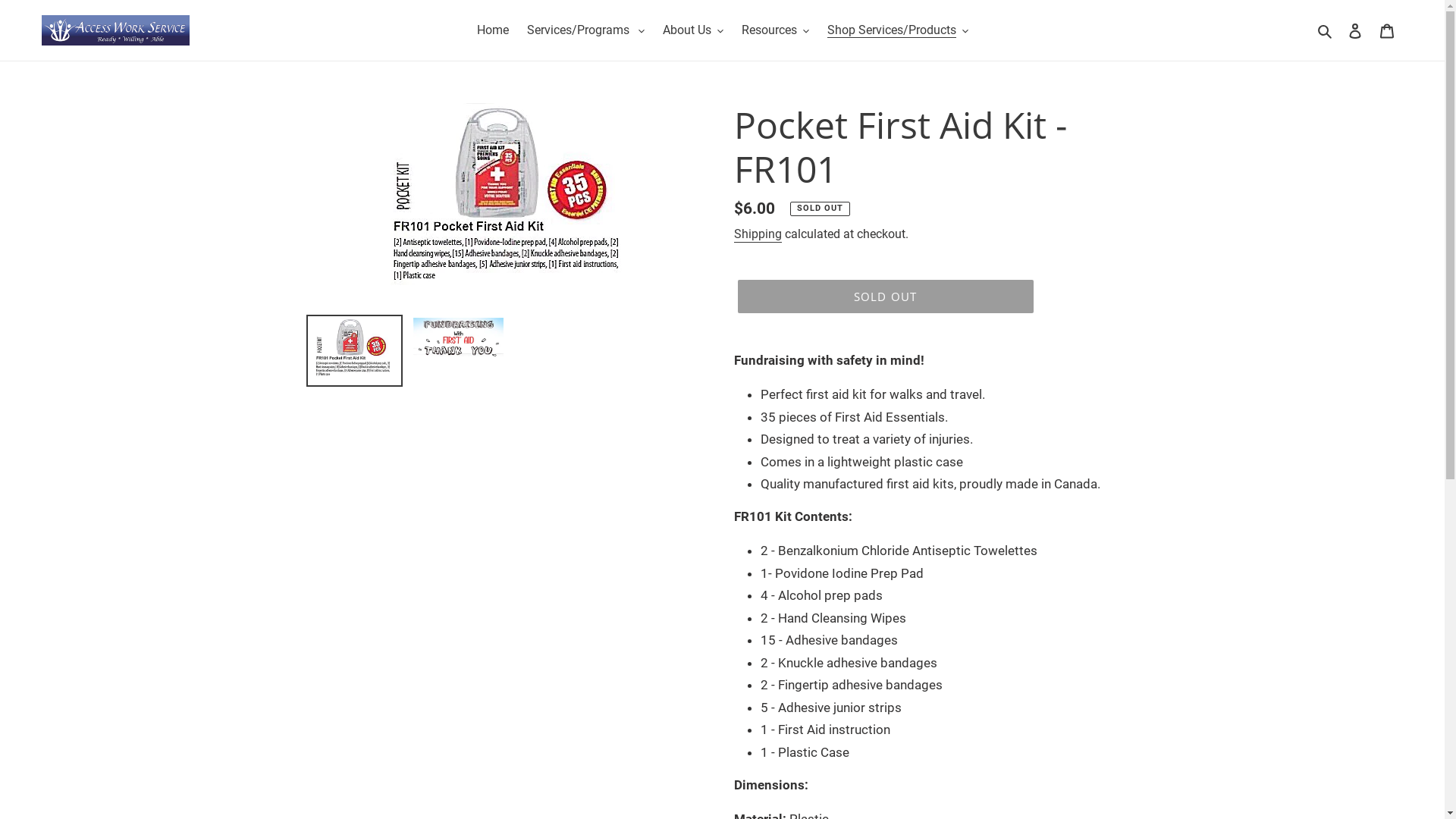  Describe the element at coordinates (818, 30) in the screenshot. I see `'Shop Services/Products'` at that location.